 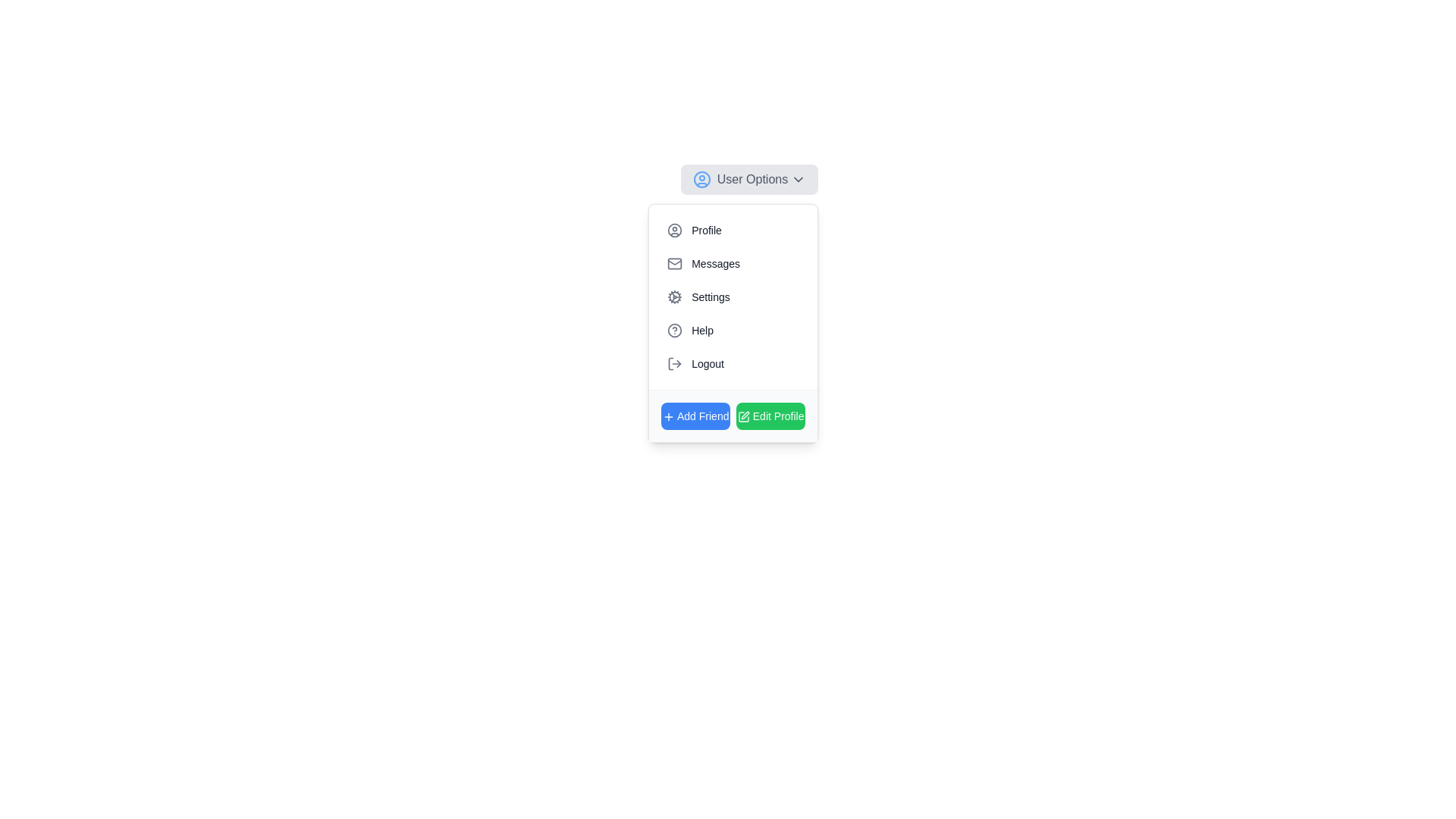 What do you see at coordinates (674, 363) in the screenshot?
I see `the logout icon, which is a 20x20 pixels SVG icon displaying a logout symbol, located next to the 'Logout' menu item for visual feedback` at bounding box center [674, 363].